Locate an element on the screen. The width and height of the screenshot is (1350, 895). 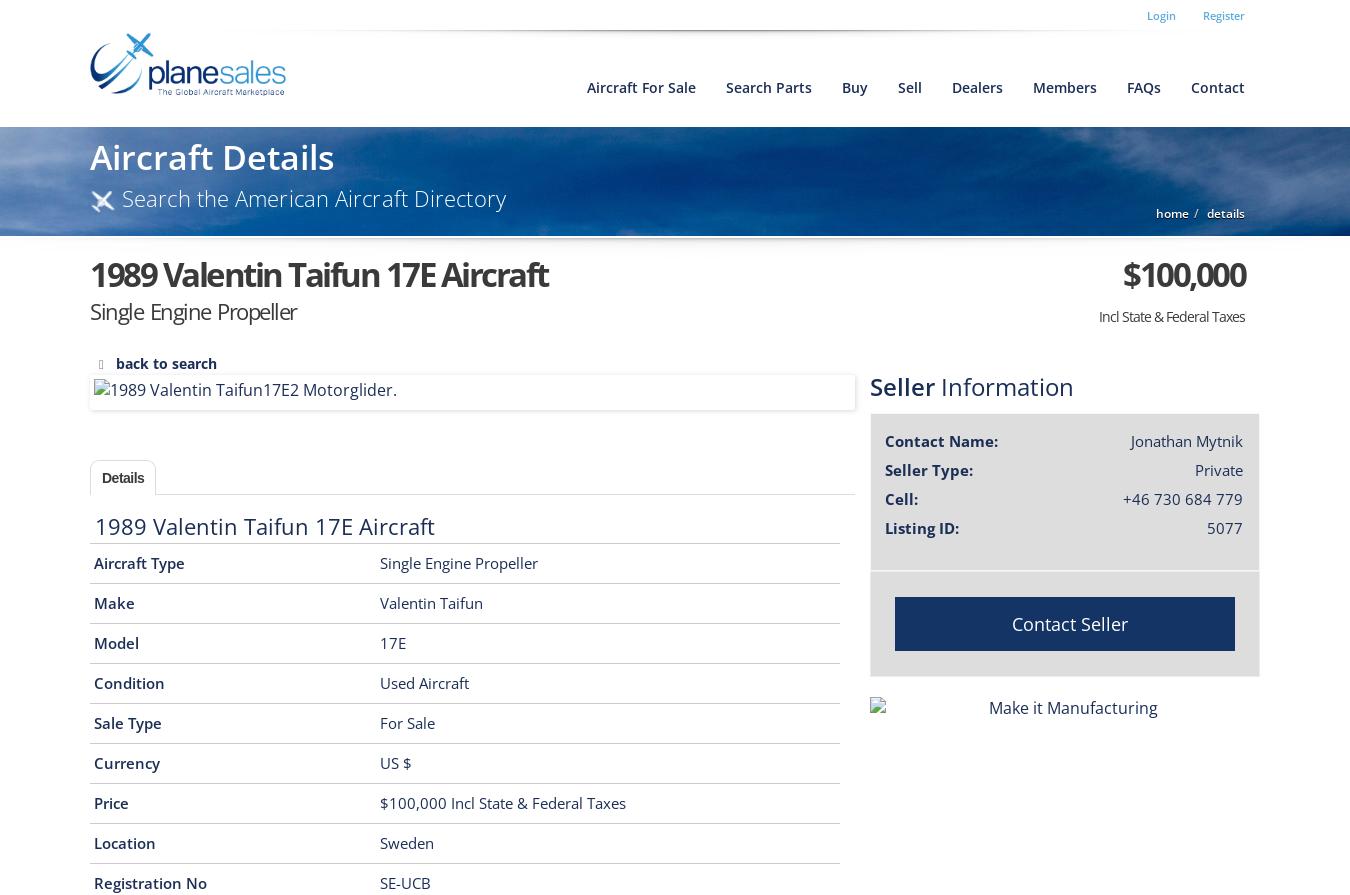
'back to search' is located at coordinates (166, 363).